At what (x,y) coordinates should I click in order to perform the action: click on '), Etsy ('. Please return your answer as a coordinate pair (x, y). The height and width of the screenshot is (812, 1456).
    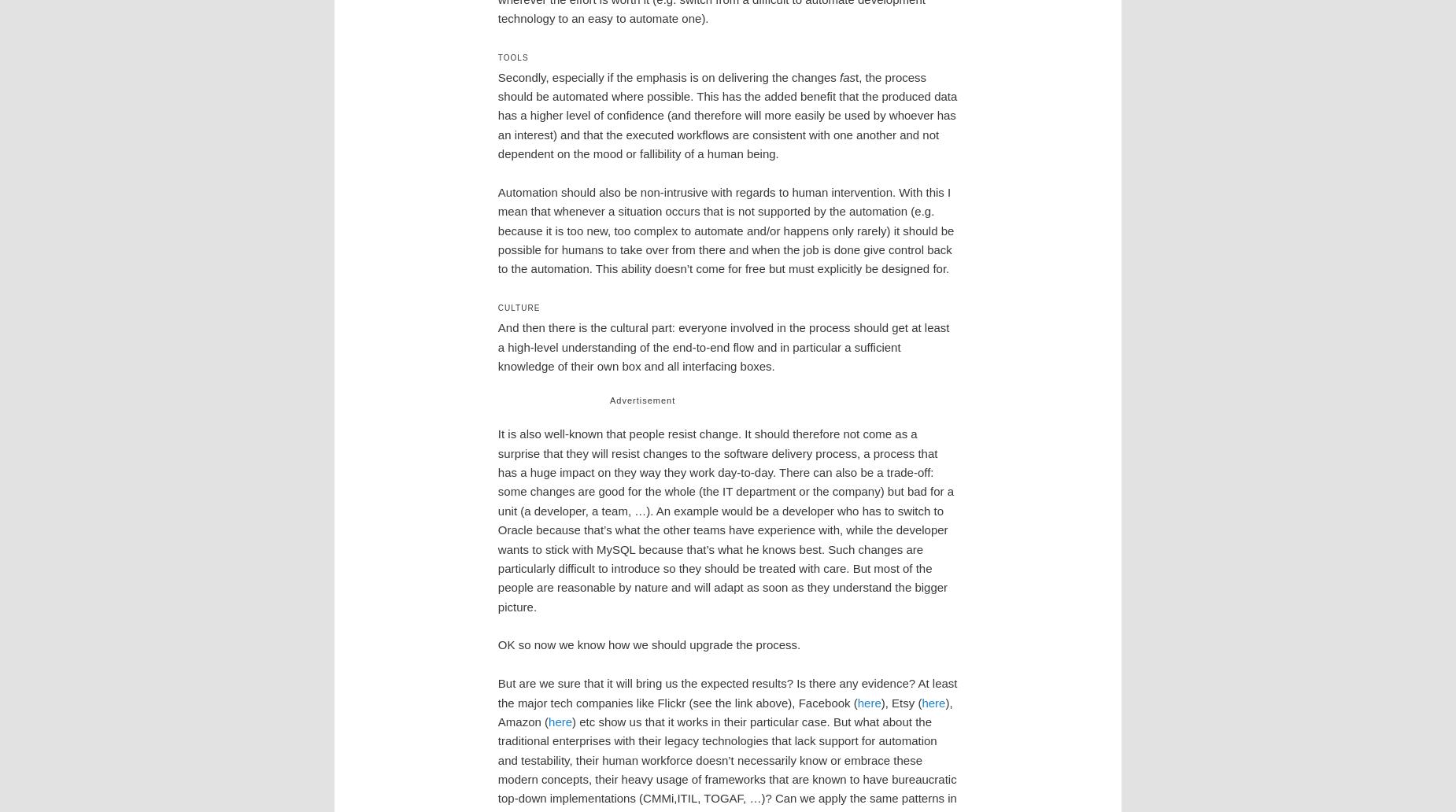
    Looking at the image, I should click on (900, 702).